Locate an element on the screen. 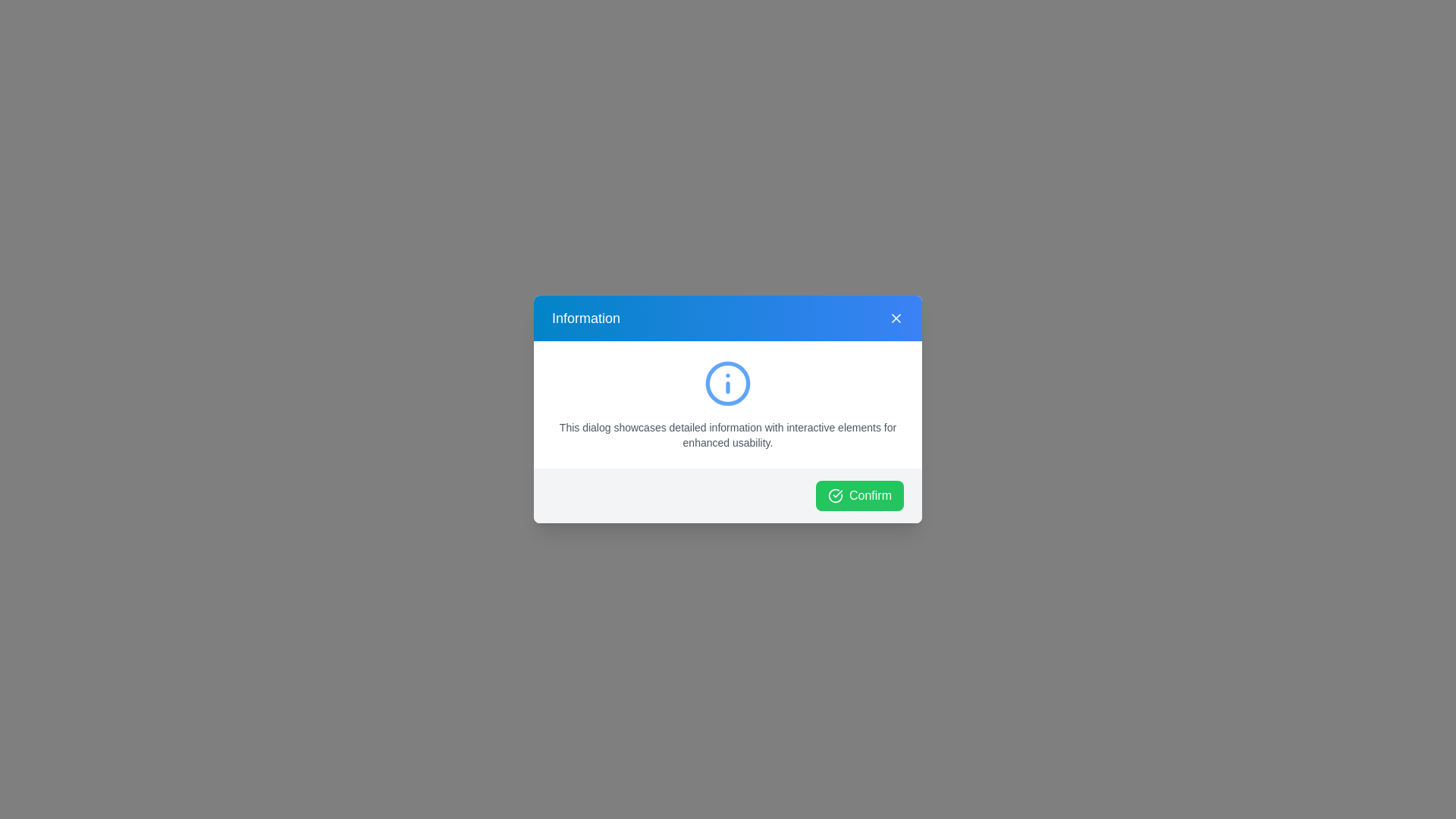 Image resolution: width=1456 pixels, height=819 pixels. the static text label that displays descriptive information in the modal dialog, positioned below the information icon and above the Confirm button is located at coordinates (728, 435).